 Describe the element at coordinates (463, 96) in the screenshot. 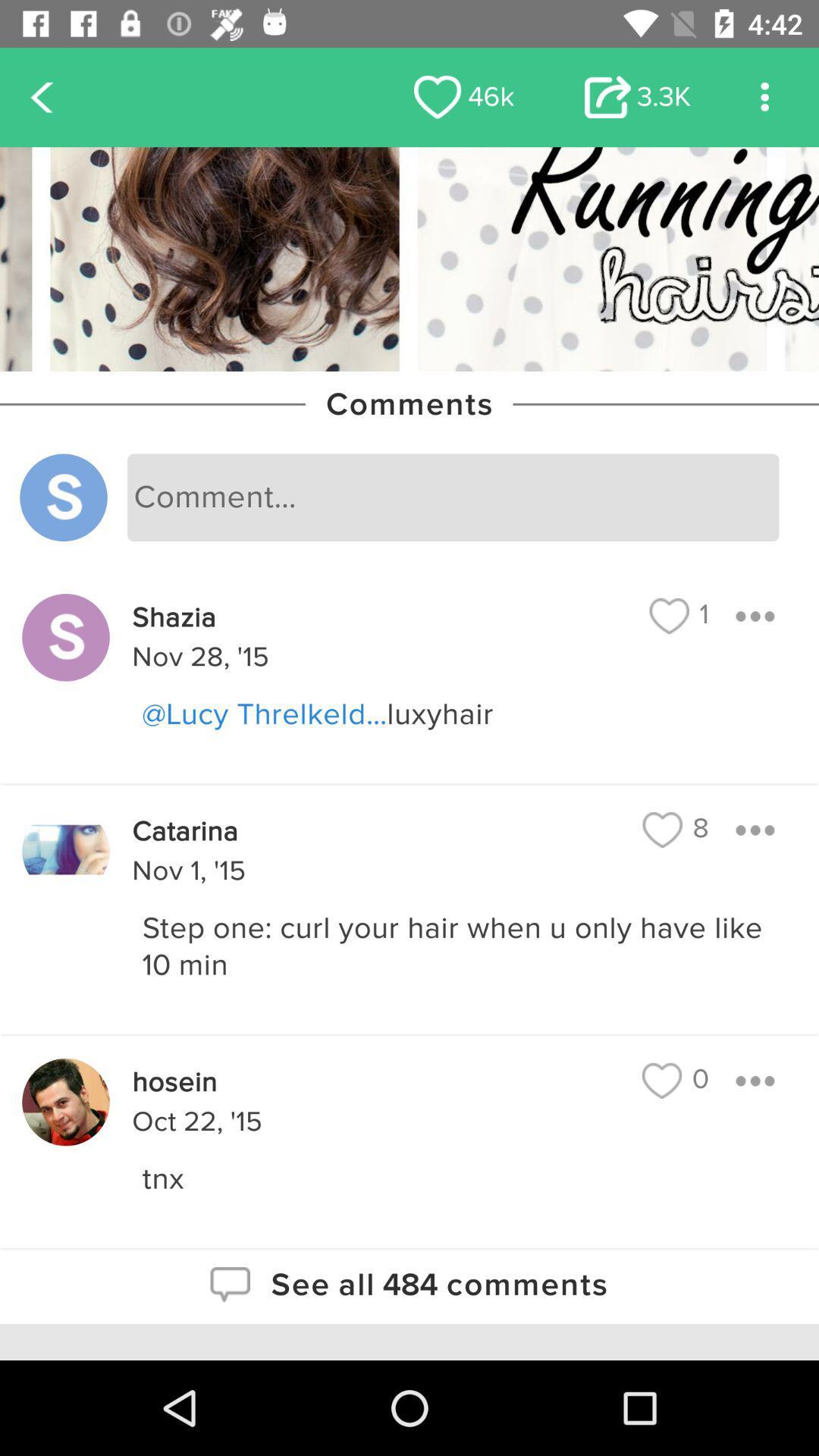

I see `item next to the 3.3k` at that location.